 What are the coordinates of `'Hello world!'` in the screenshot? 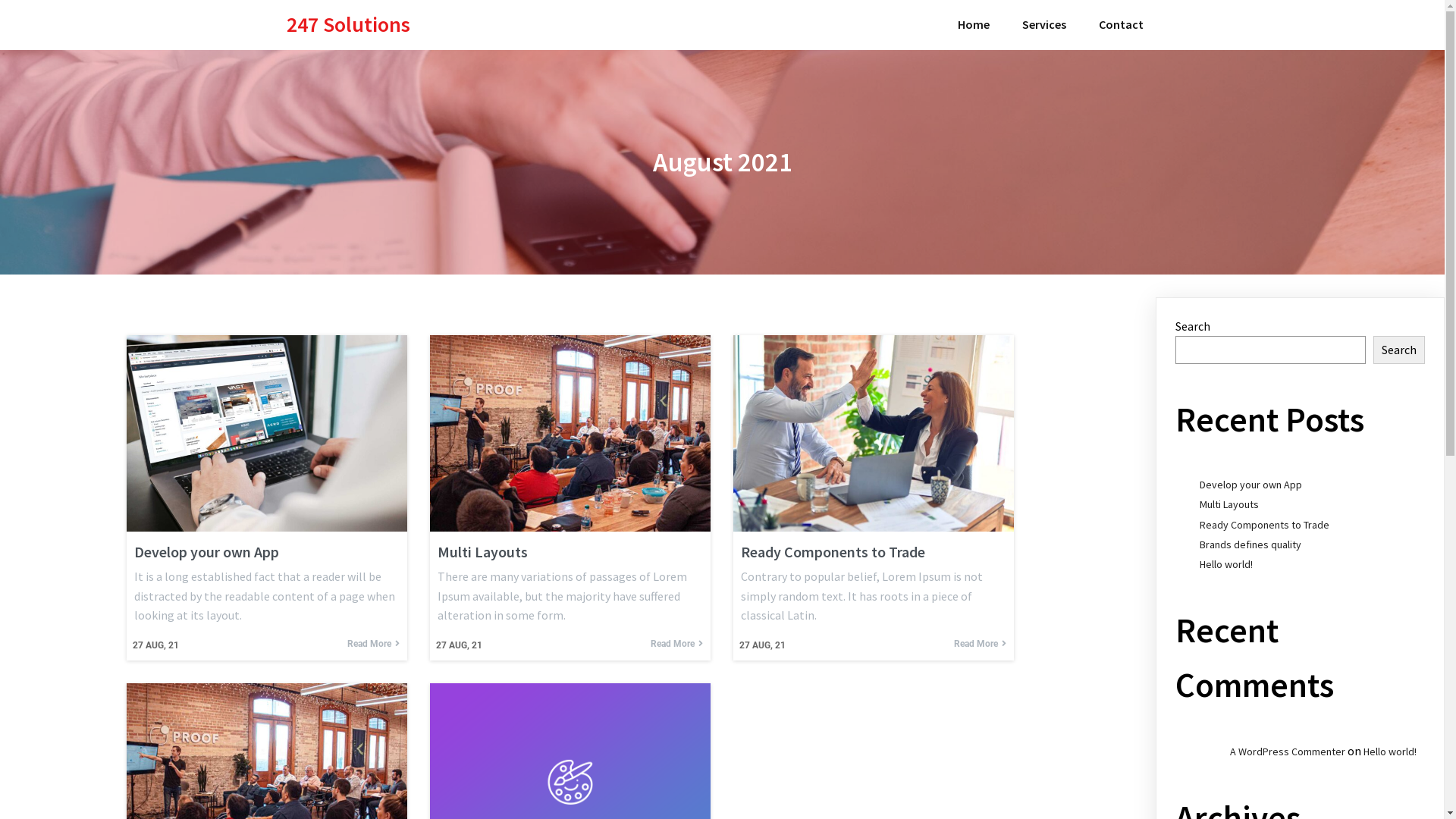 It's located at (1363, 752).